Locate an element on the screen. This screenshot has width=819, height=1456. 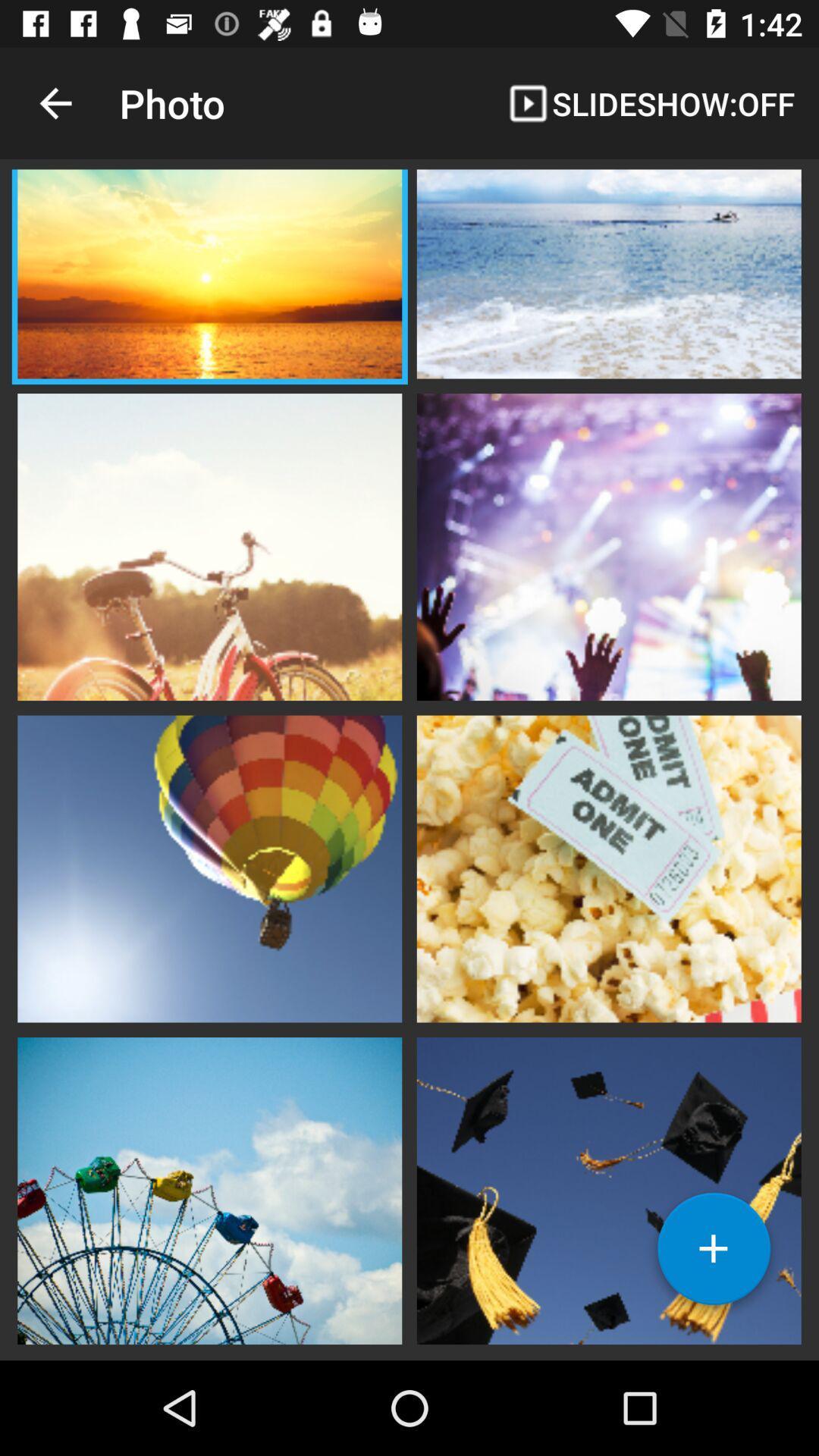
photograph choice is located at coordinates (608, 545).